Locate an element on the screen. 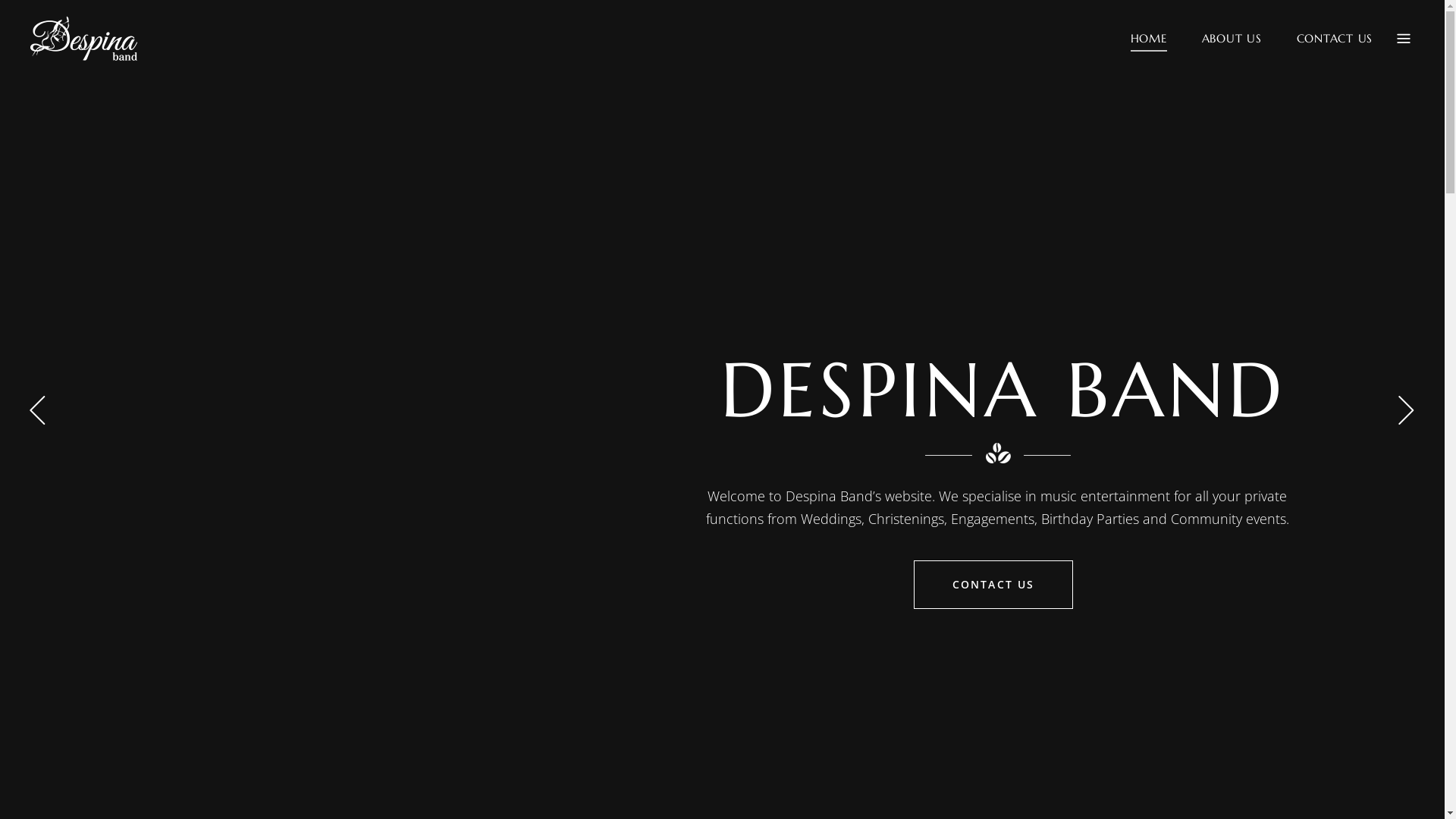 The image size is (1456, 819). 'CONTACT US' is located at coordinates (993, 584).